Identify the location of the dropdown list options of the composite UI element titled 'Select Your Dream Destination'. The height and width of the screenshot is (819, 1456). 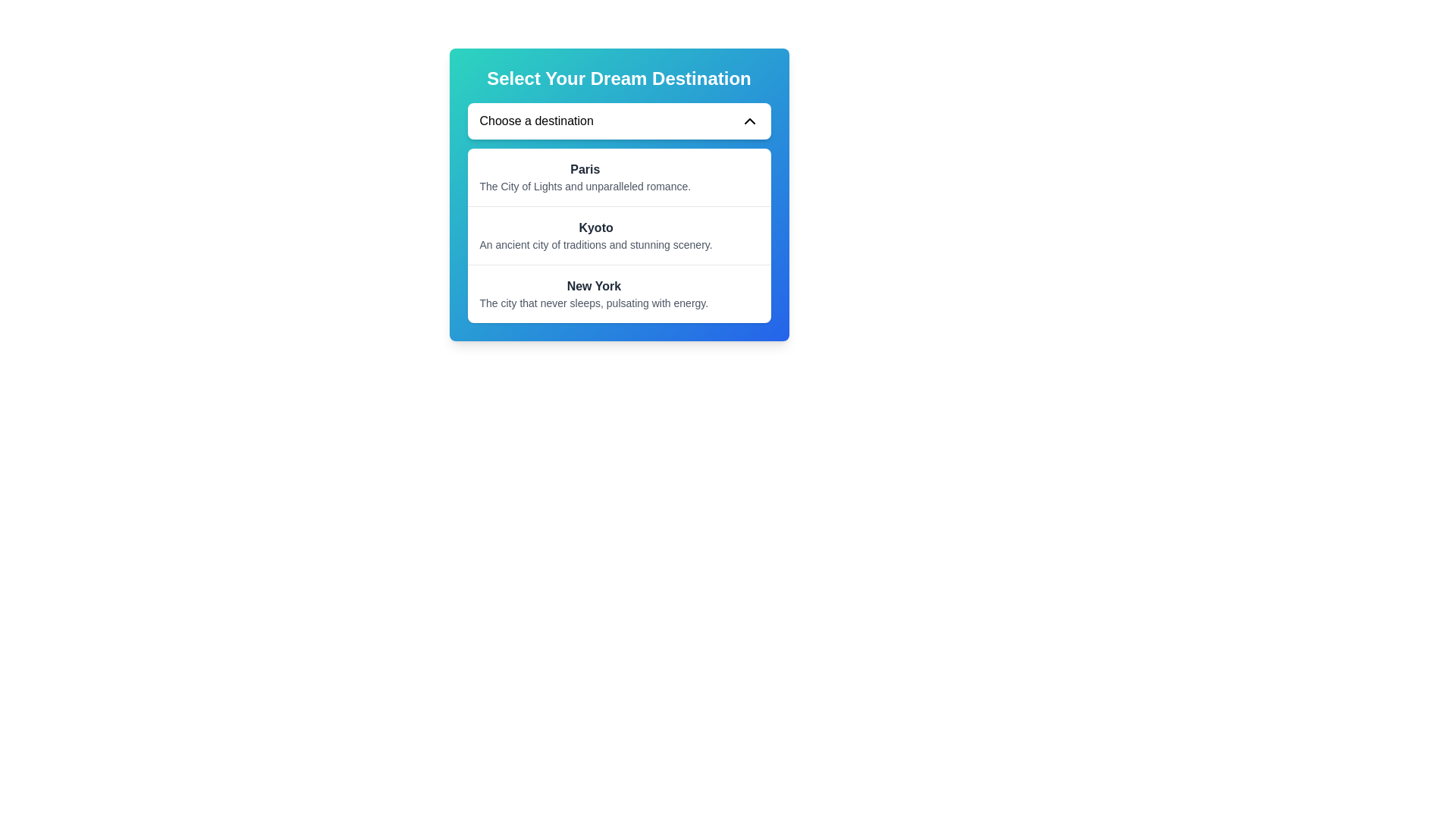
(619, 194).